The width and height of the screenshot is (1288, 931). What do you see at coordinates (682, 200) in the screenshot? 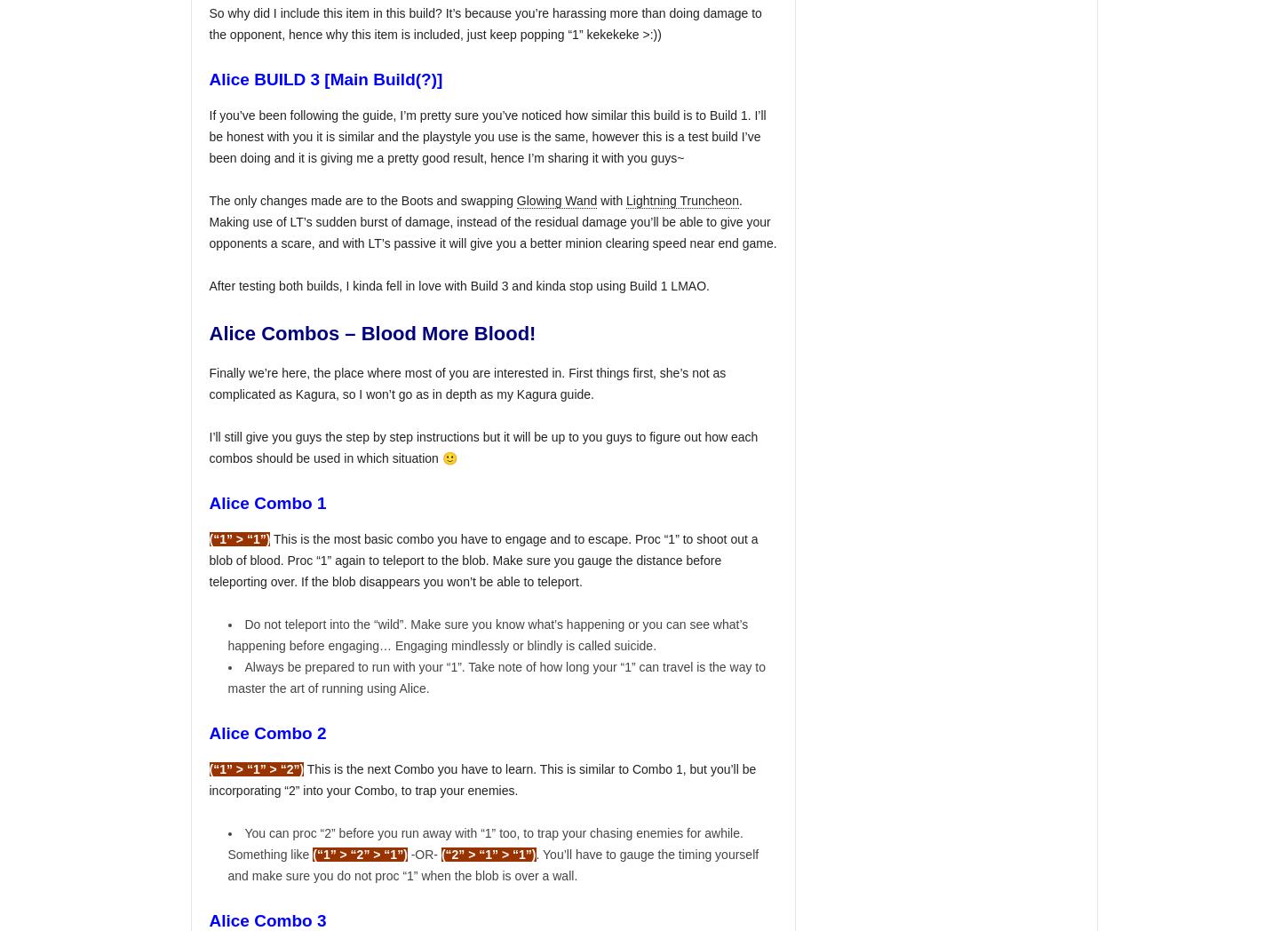
I see `'Lightning Truncheon'` at bounding box center [682, 200].